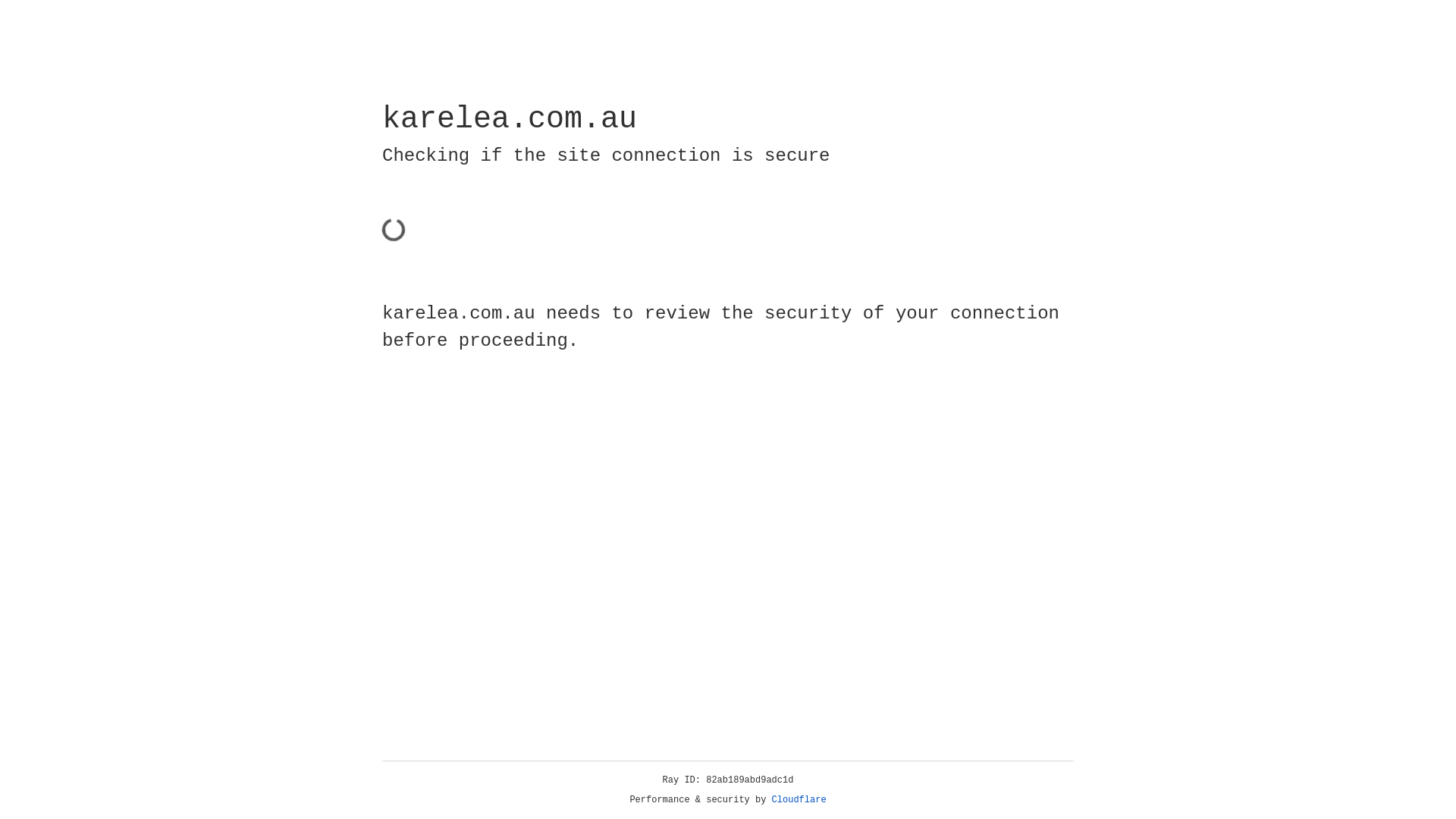 The width and height of the screenshot is (1456, 819). Describe the element at coordinates (799, 799) in the screenshot. I see `'Cloudflare'` at that location.